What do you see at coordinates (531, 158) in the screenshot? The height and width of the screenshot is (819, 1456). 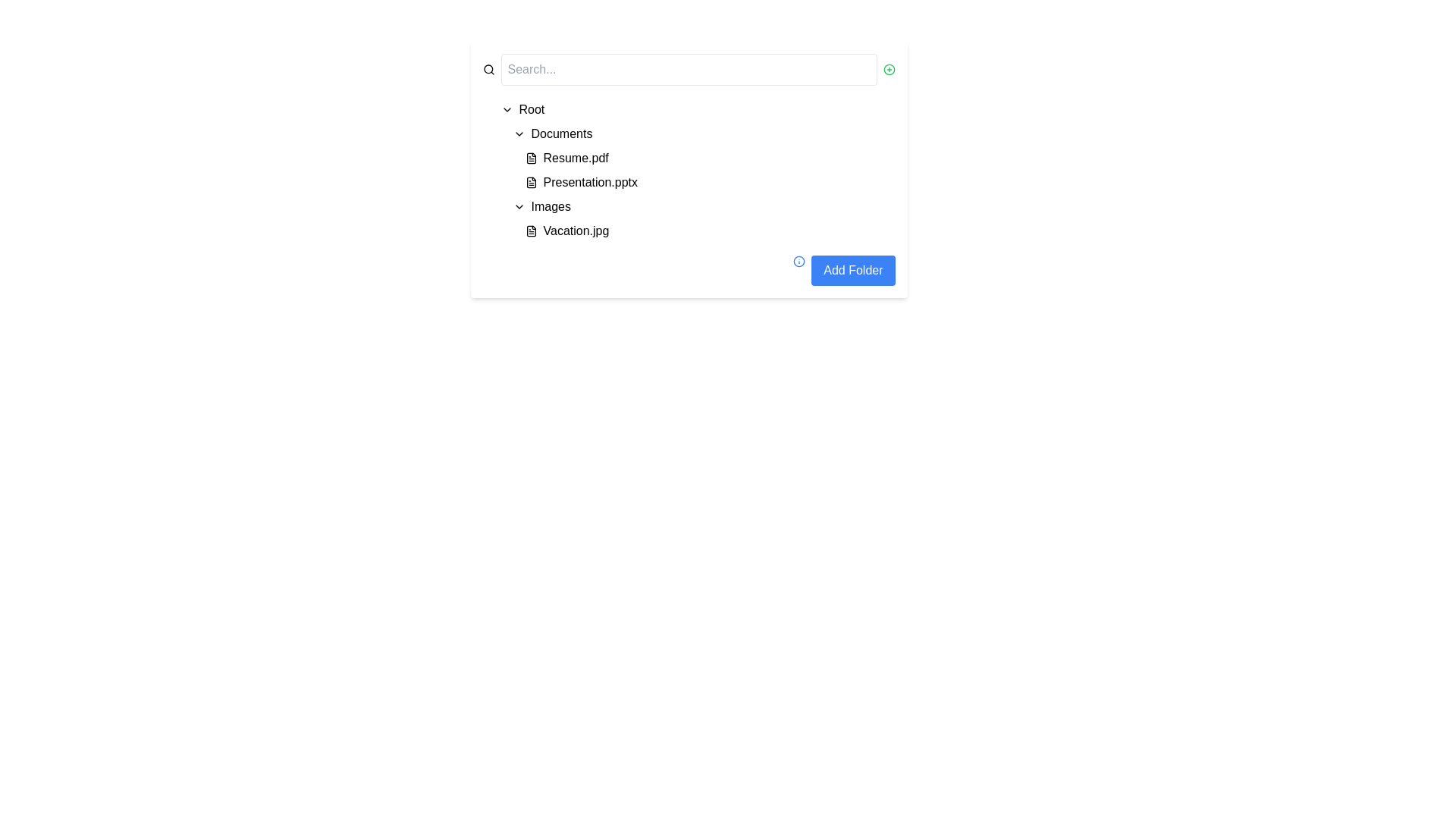 I see `the PDF file icon located to the left of the text 'Resume.pdf' in the interface` at bounding box center [531, 158].